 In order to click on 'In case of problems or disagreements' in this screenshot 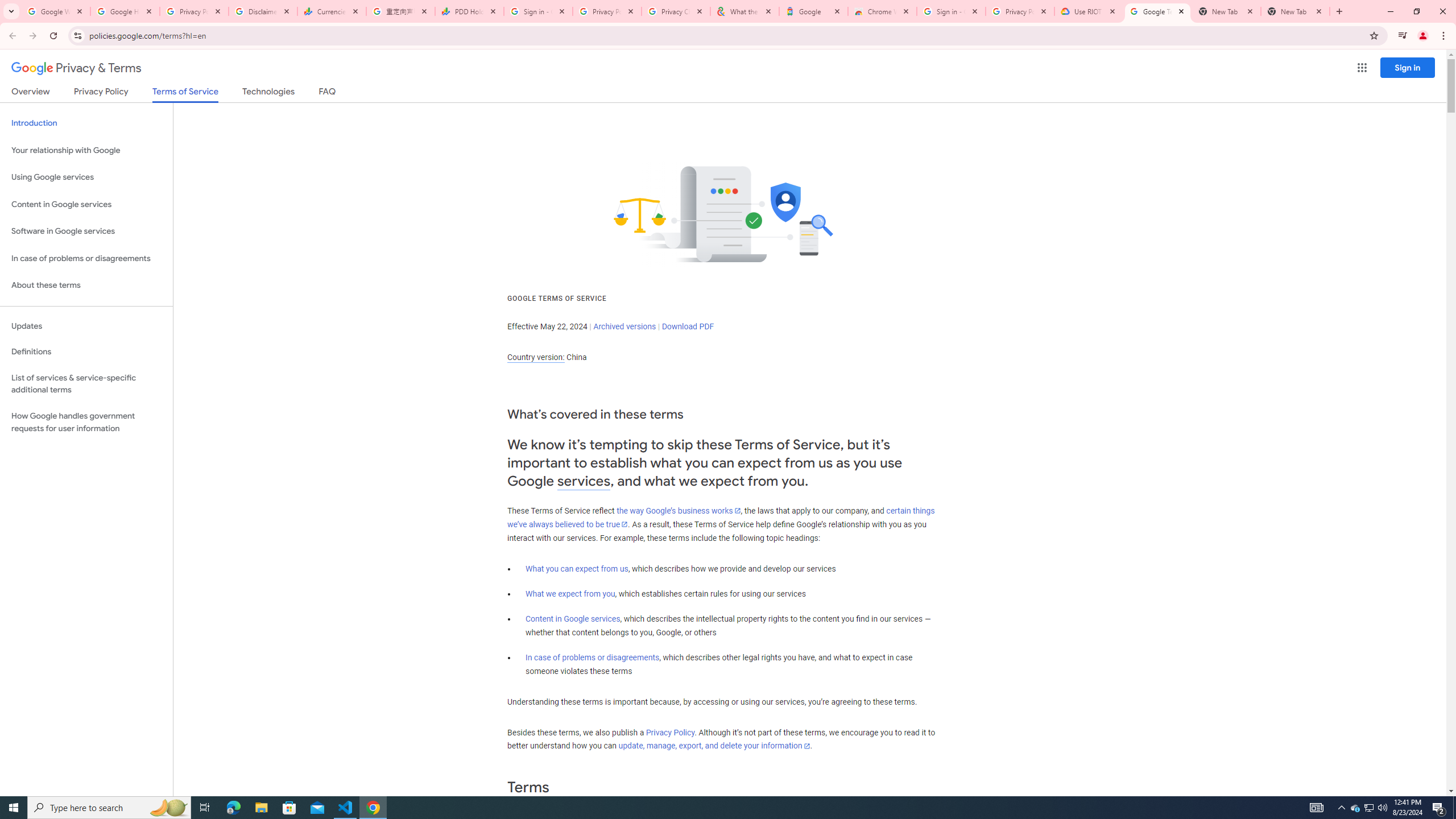, I will do `click(591, 657)`.